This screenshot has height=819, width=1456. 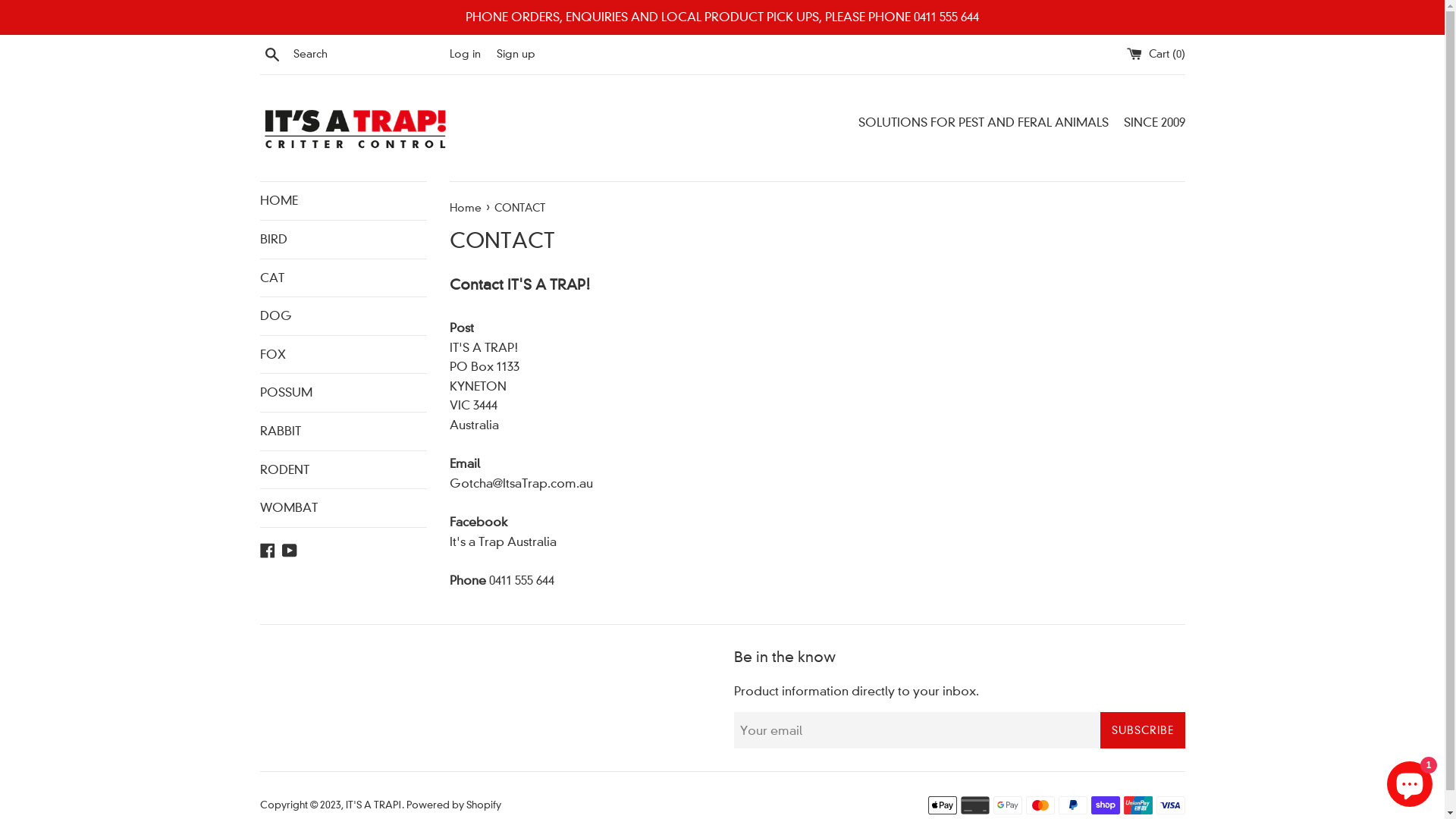 What do you see at coordinates (465, 207) in the screenshot?
I see `'Home'` at bounding box center [465, 207].